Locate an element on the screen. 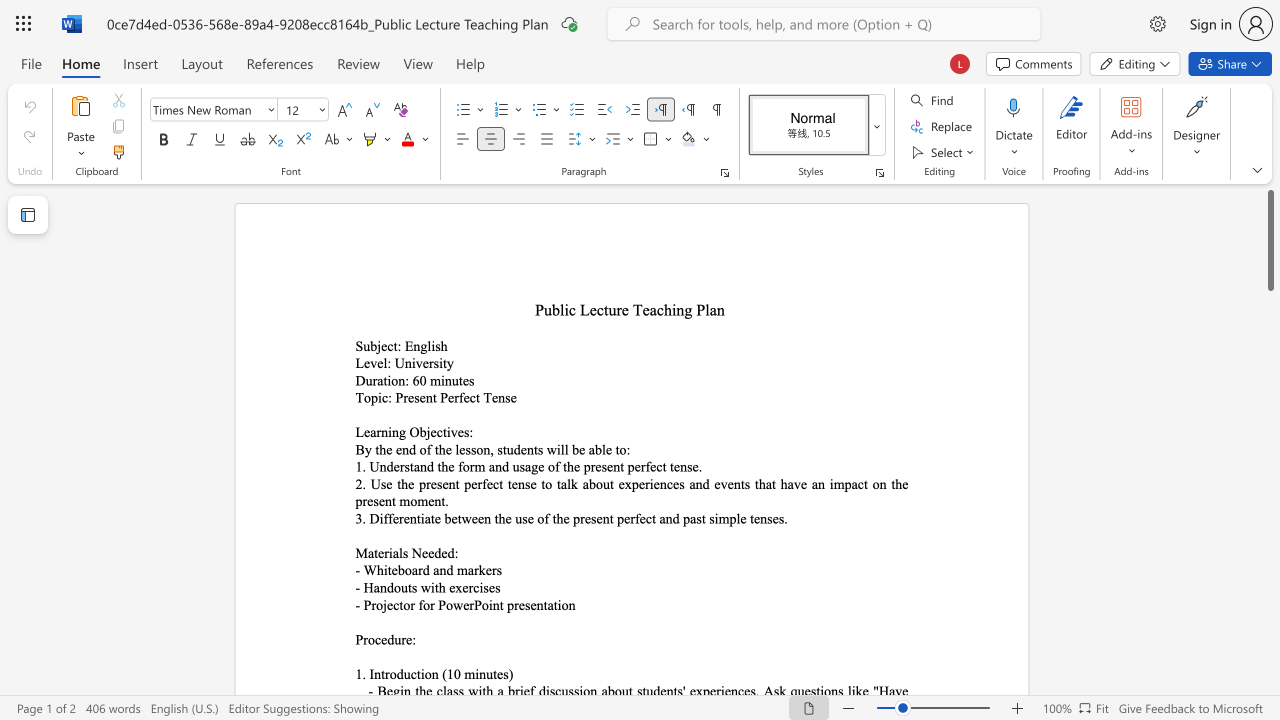 The image size is (1280, 720). the right-hand scrollbar to descend the page is located at coordinates (1269, 490).